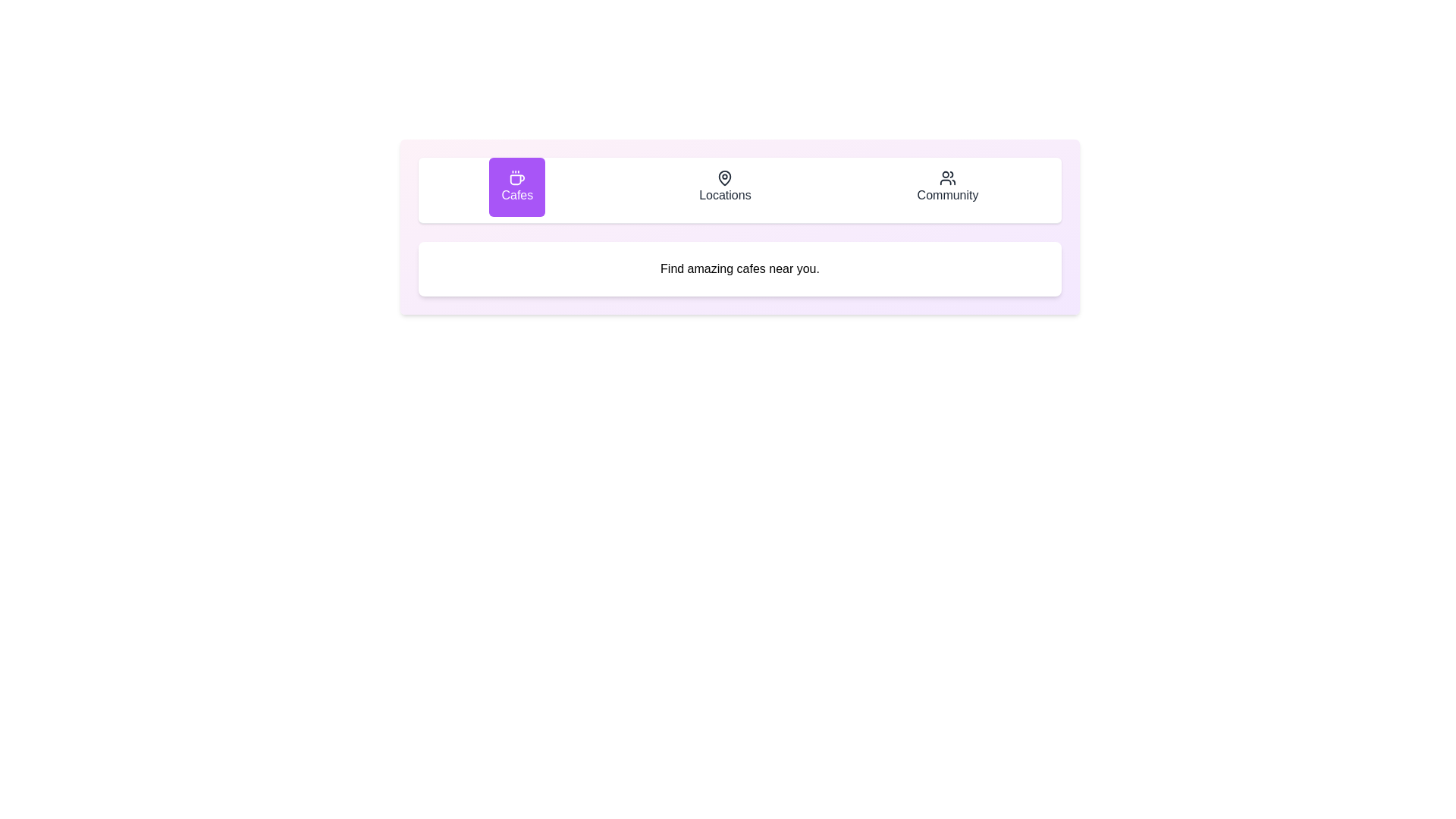  I want to click on the button located in the upper-central region of the interface, positioned second from the left among three sibling elements, so click(724, 186).